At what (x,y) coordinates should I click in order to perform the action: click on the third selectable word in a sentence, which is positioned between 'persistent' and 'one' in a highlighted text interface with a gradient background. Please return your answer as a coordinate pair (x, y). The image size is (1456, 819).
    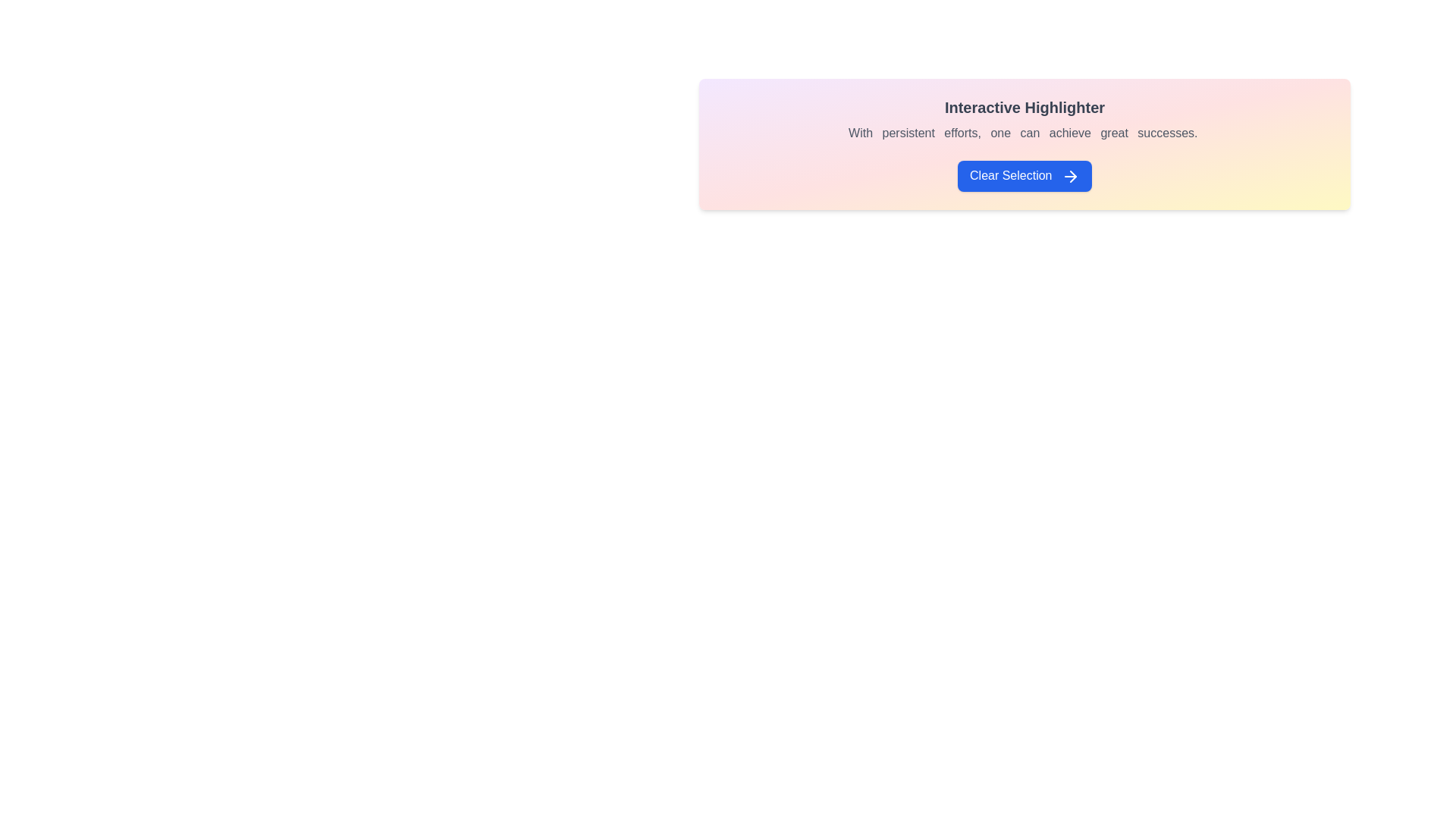
    Looking at the image, I should click on (963, 132).